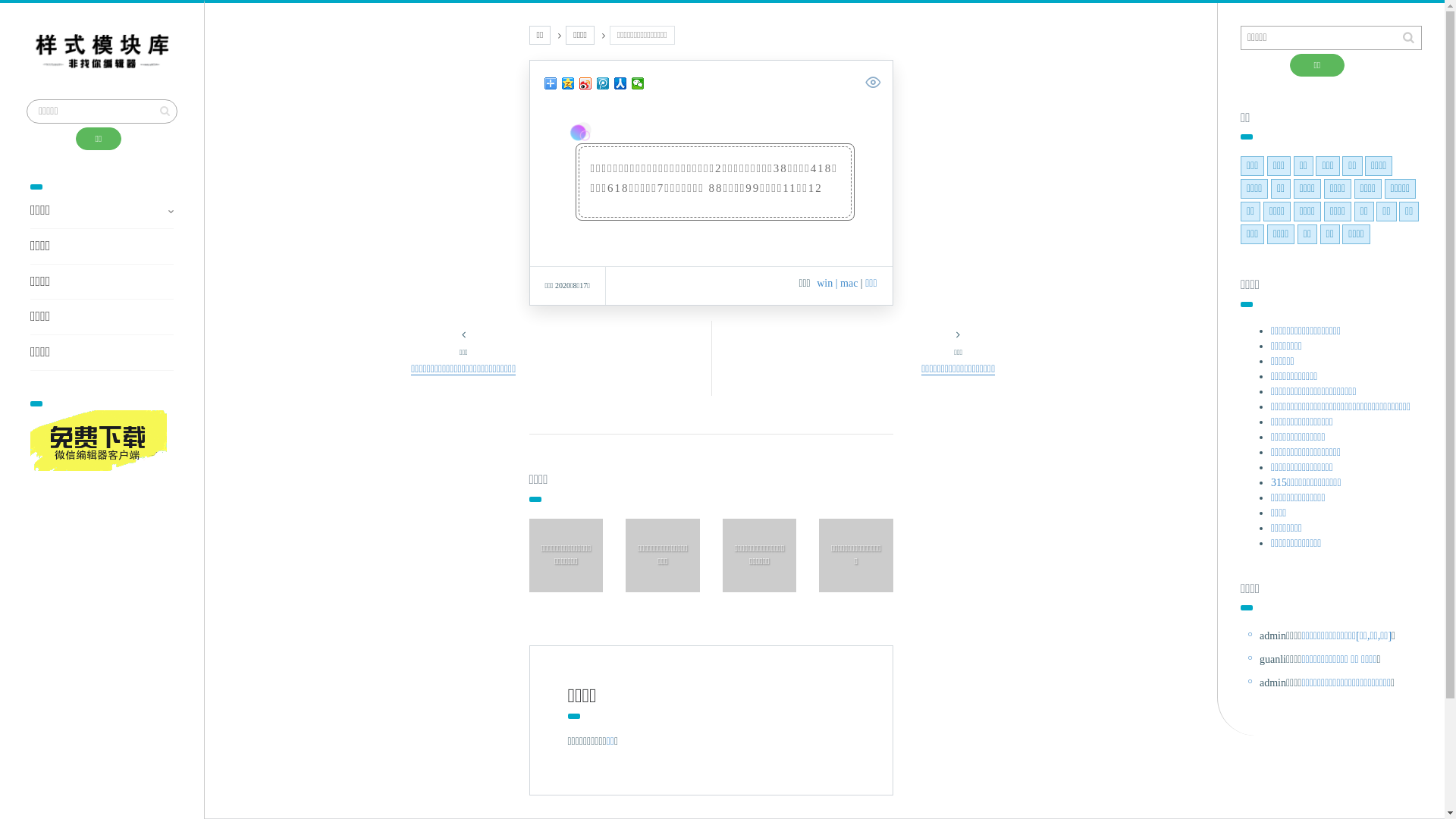 The height and width of the screenshot is (819, 1456). Describe the element at coordinates (815, 283) in the screenshot. I see `'win'` at that location.